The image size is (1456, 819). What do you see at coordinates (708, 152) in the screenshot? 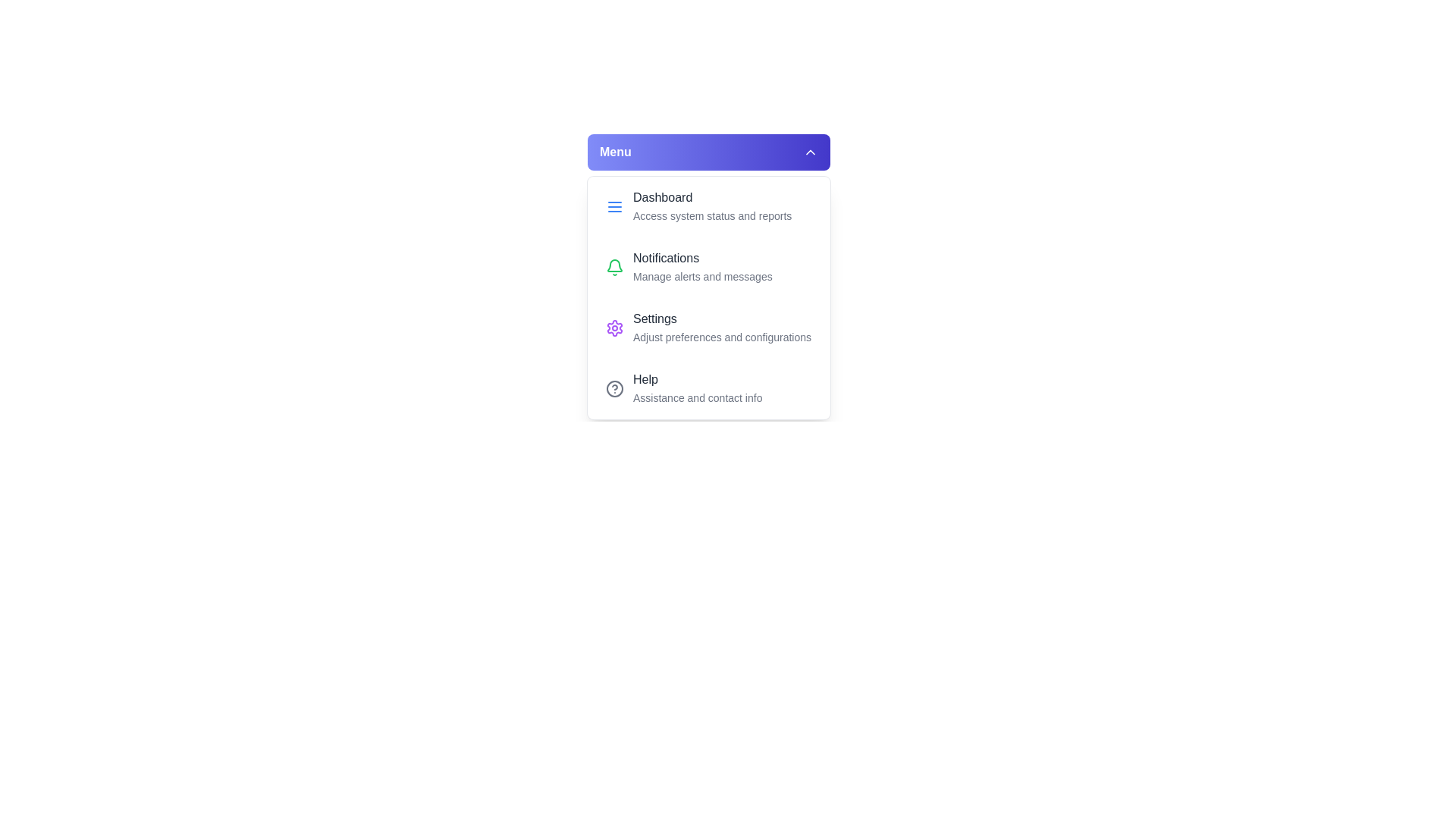
I see `the rectangular 'Menu' button with an indigo to purple gradient background to observe any hover effects` at bounding box center [708, 152].